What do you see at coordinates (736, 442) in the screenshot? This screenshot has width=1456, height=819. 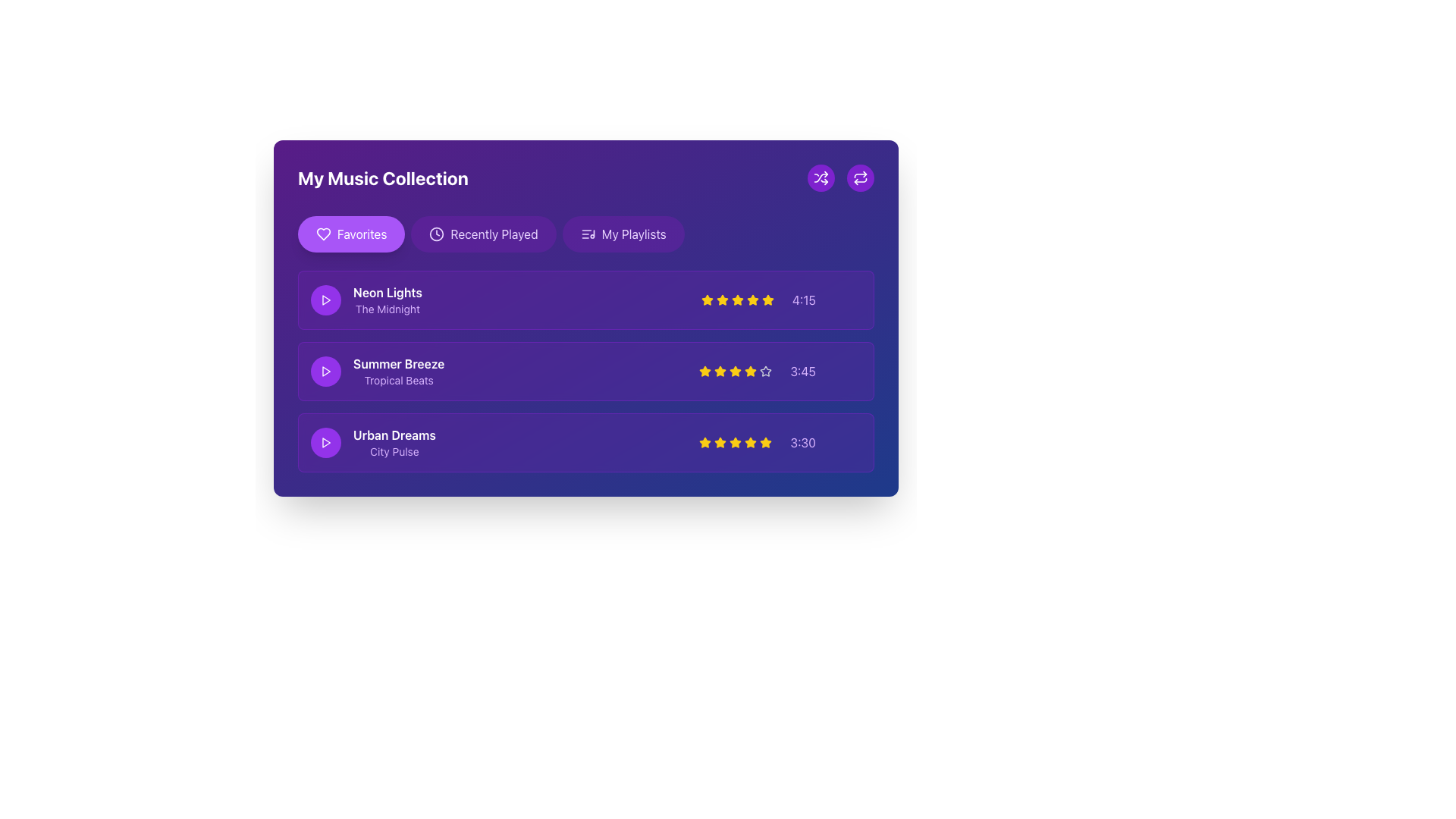 I see `the third star in the horizontal rating bar indicating a three-star rating for the song 'Urban Dreams' in the 'My Music Collection' interface` at bounding box center [736, 442].